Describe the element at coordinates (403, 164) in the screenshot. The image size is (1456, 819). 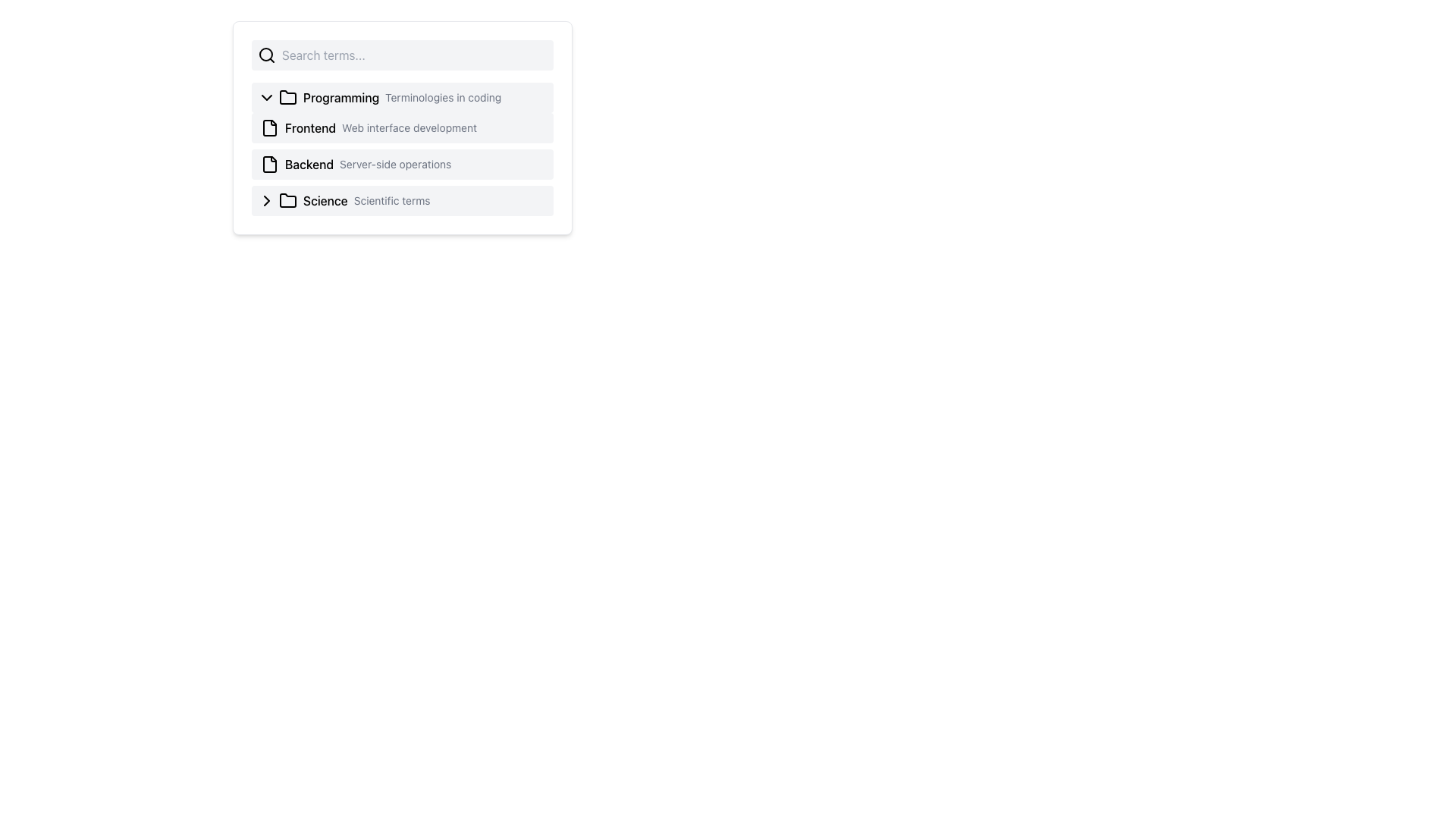
I see `the second list item with an icon and text that represents a category related to Backend or Server-side operations` at that location.